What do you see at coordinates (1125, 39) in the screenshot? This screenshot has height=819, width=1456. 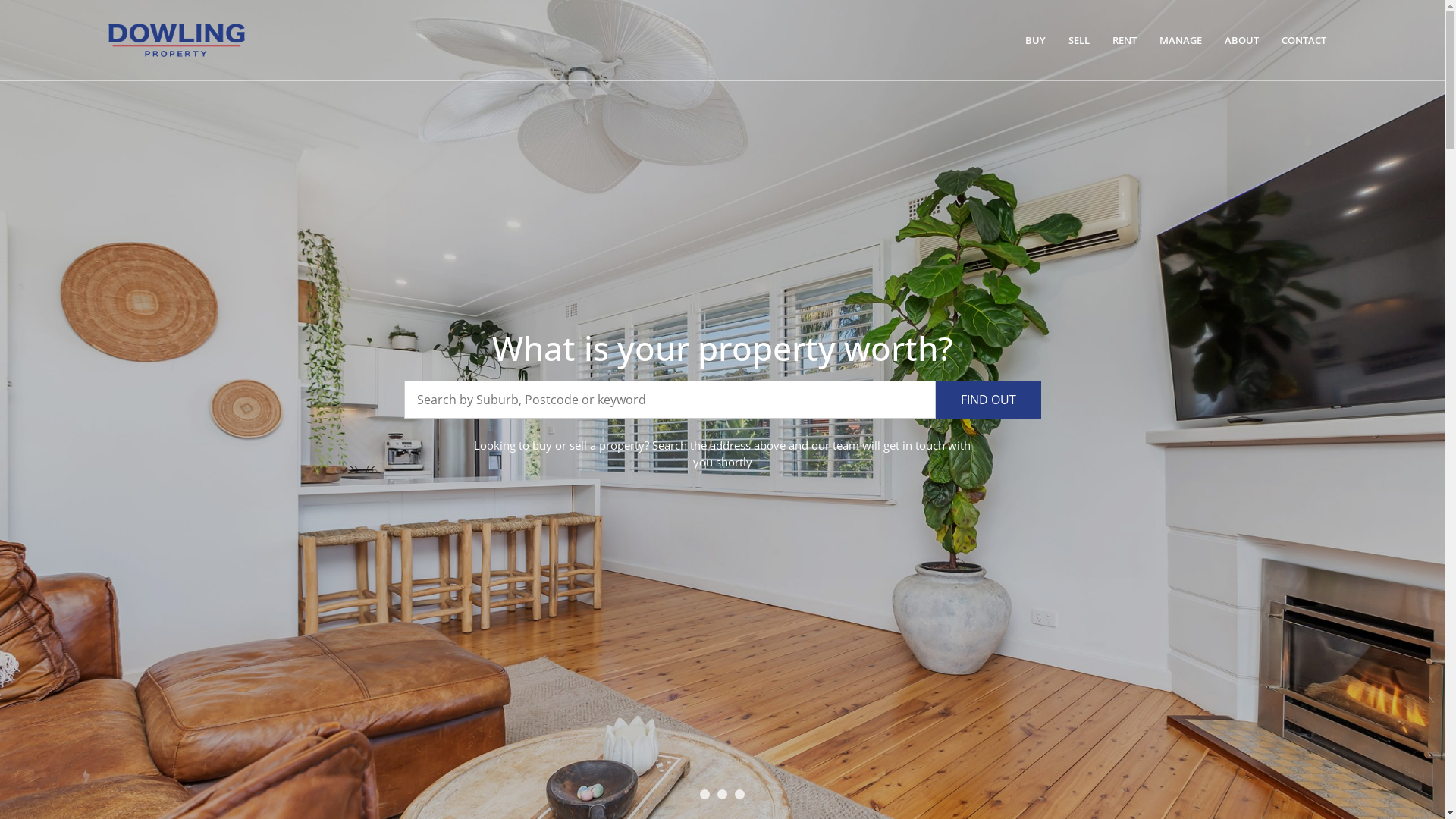 I see `'RENT'` at bounding box center [1125, 39].